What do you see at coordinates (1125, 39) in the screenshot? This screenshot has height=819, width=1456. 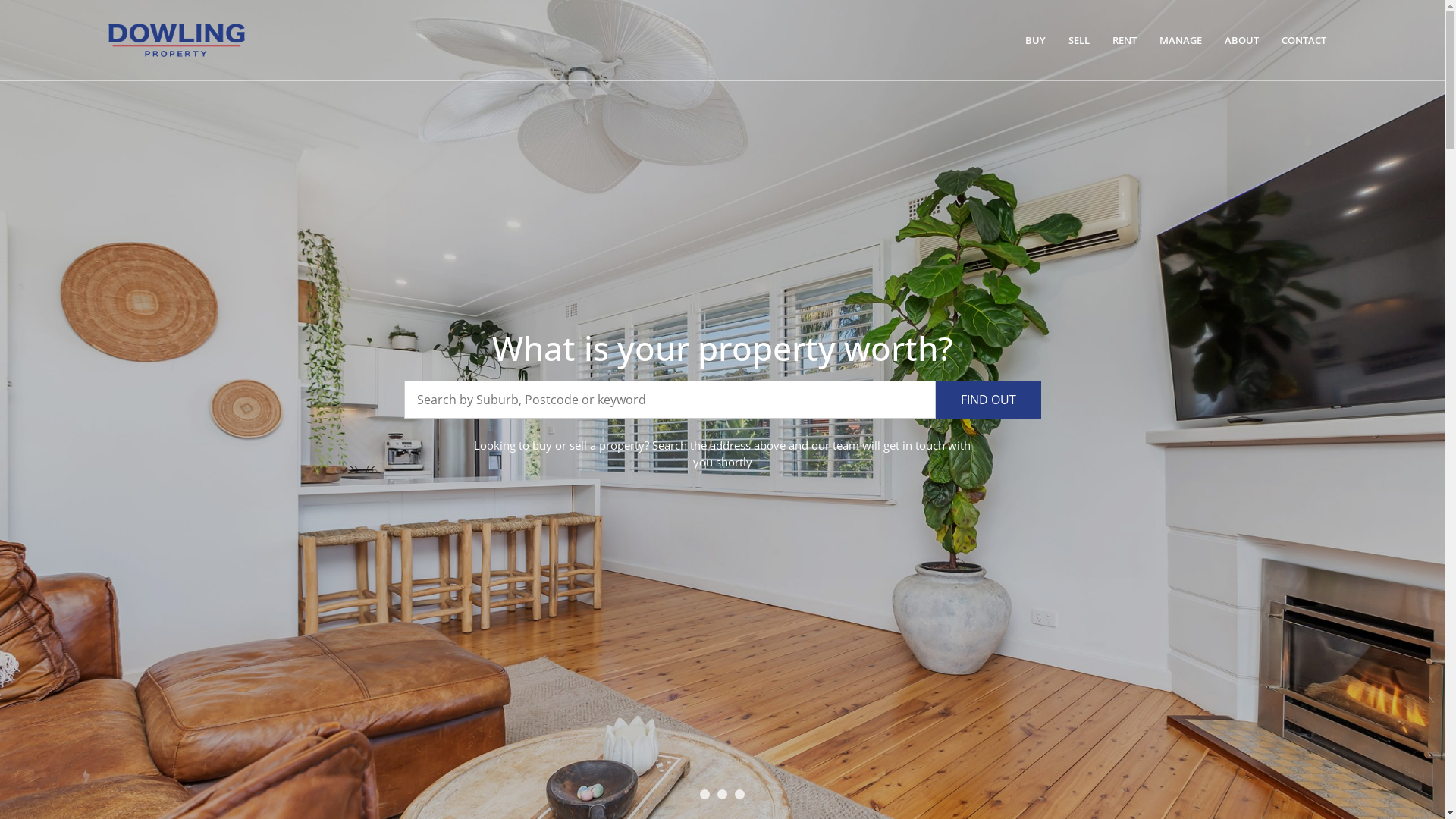 I see `'RENT'` at bounding box center [1125, 39].